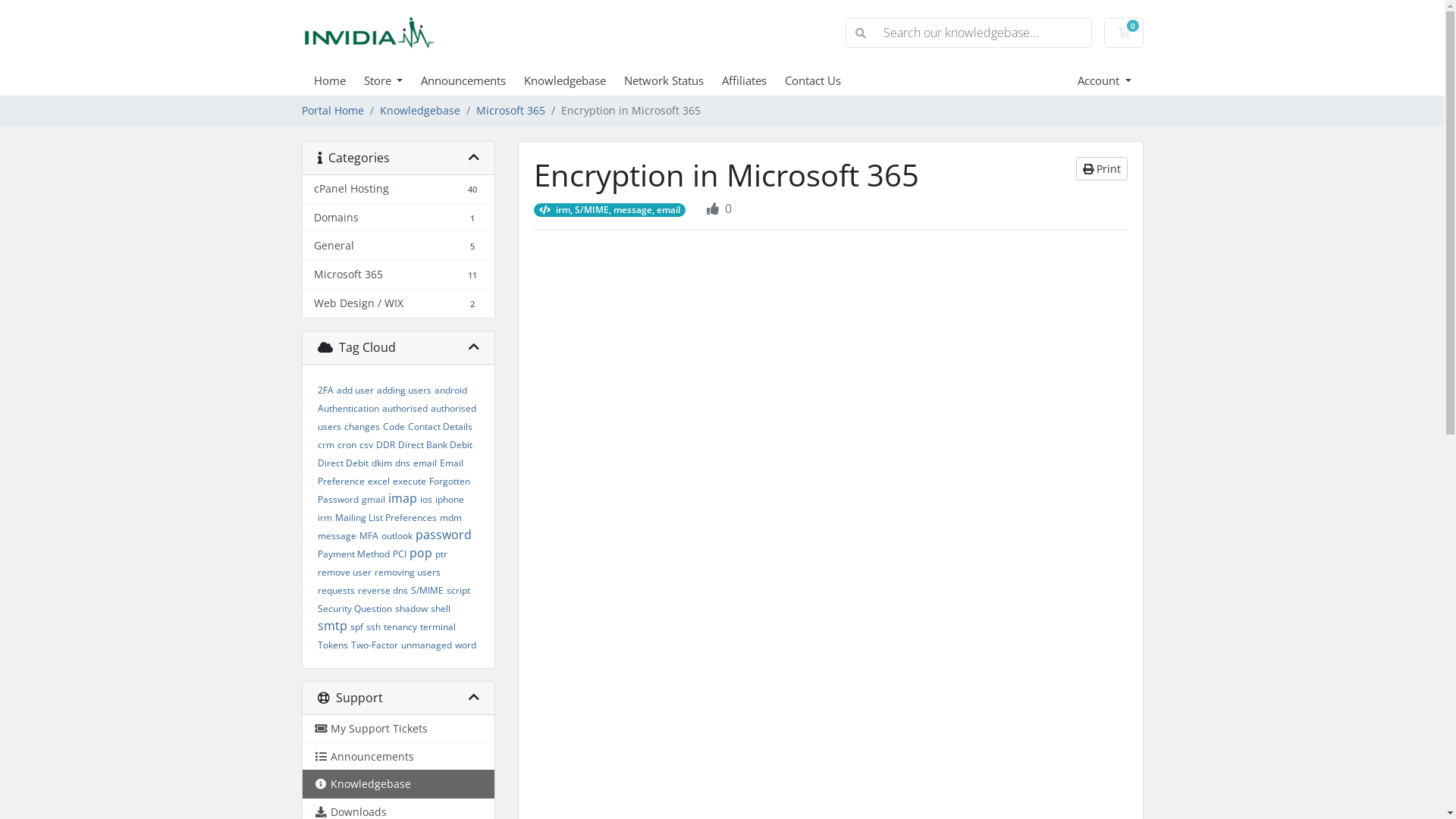 This screenshot has width=1456, height=819. Describe the element at coordinates (336, 444) in the screenshot. I see `'cron'` at that location.